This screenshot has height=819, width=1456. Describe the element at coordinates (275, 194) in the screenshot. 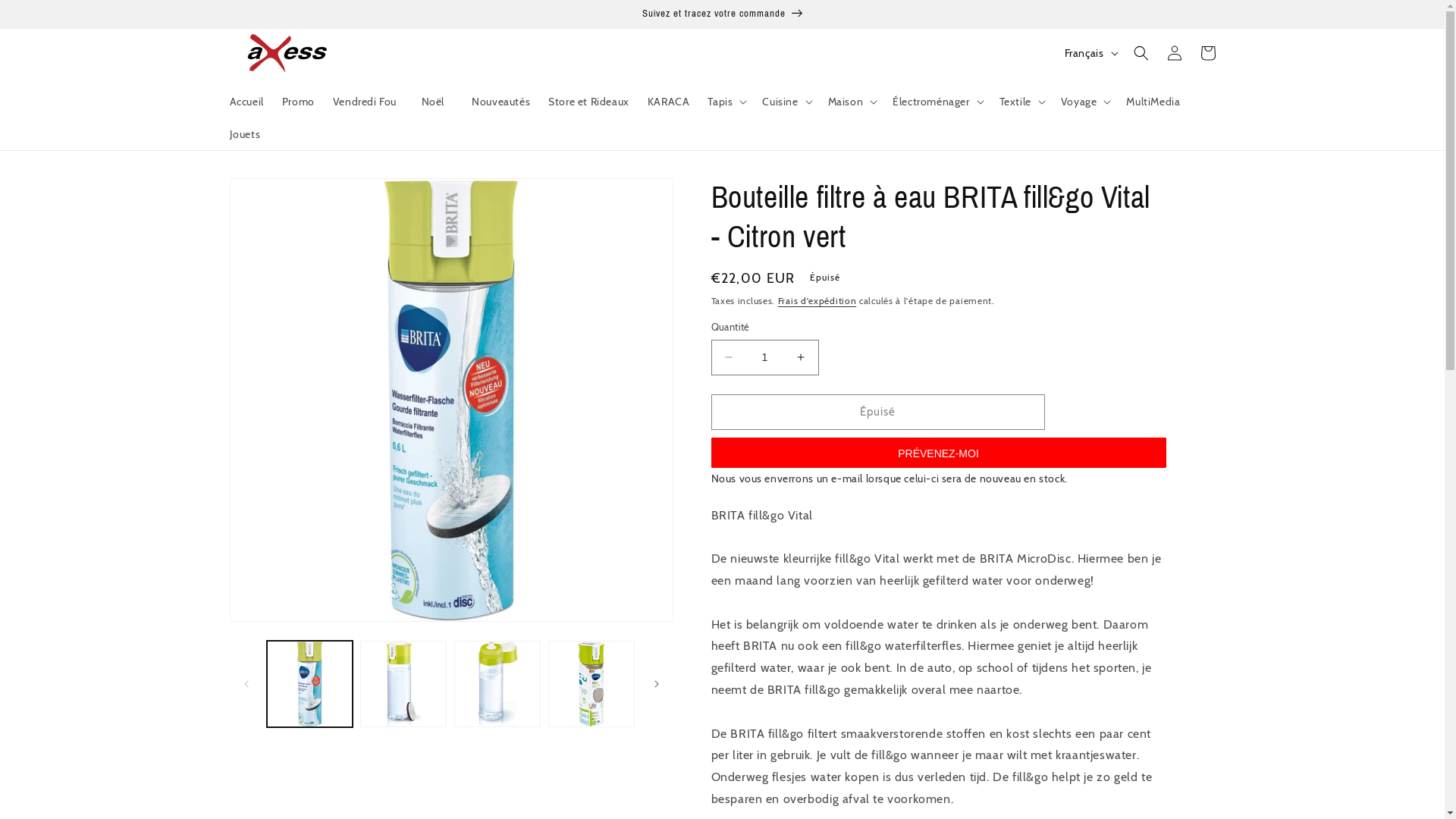

I see `'Passer aux informations produits'` at that location.